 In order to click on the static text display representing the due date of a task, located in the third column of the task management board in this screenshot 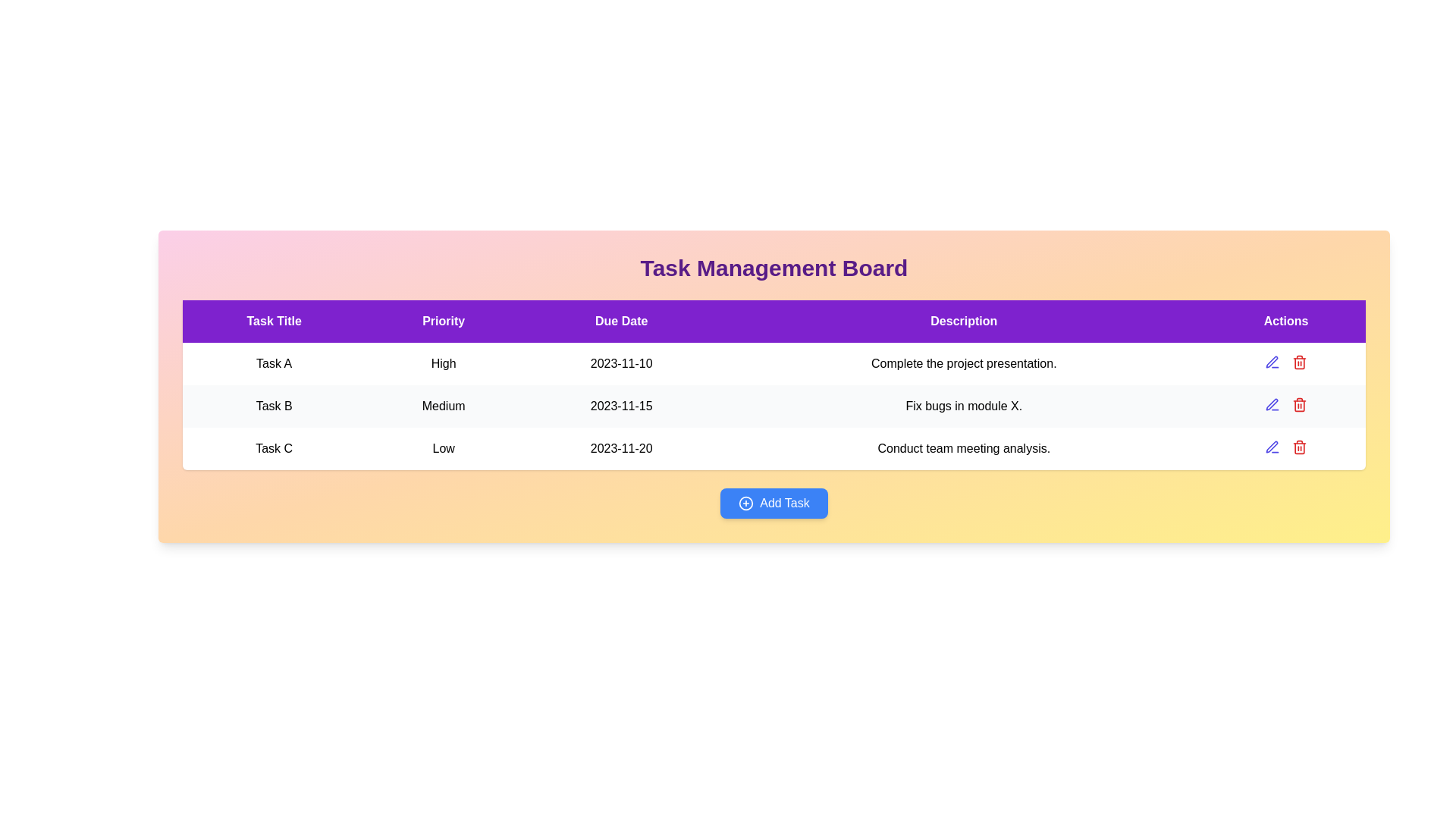, I will do `click(621, 363)`.